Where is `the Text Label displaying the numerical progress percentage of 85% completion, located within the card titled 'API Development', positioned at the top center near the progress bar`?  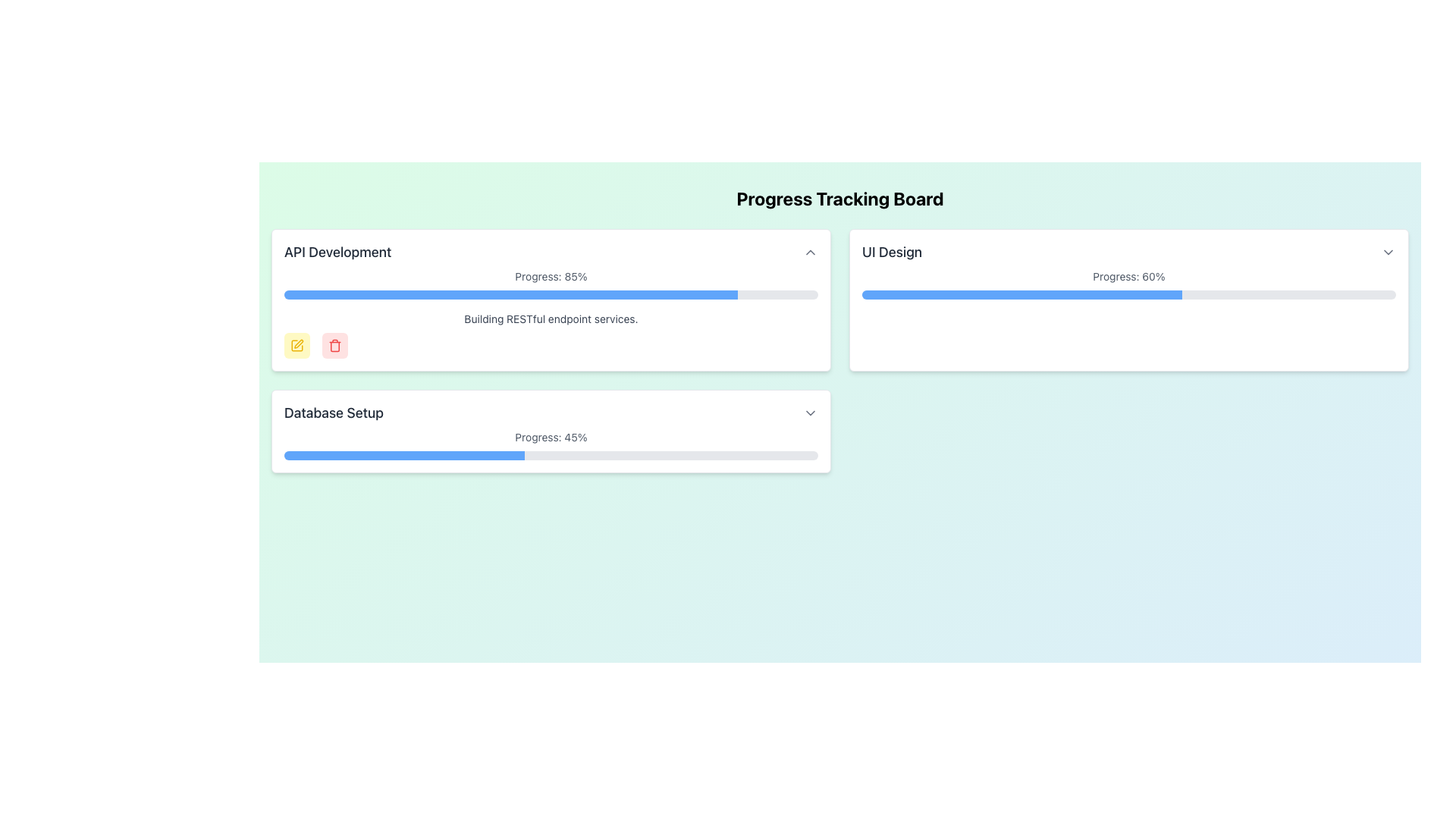
the Text Label displaying the numerical progress percentage of 85% completion, located within the card titled 'API Development', positioned at the top center near the progress bar is located at coordinates (550, 277).